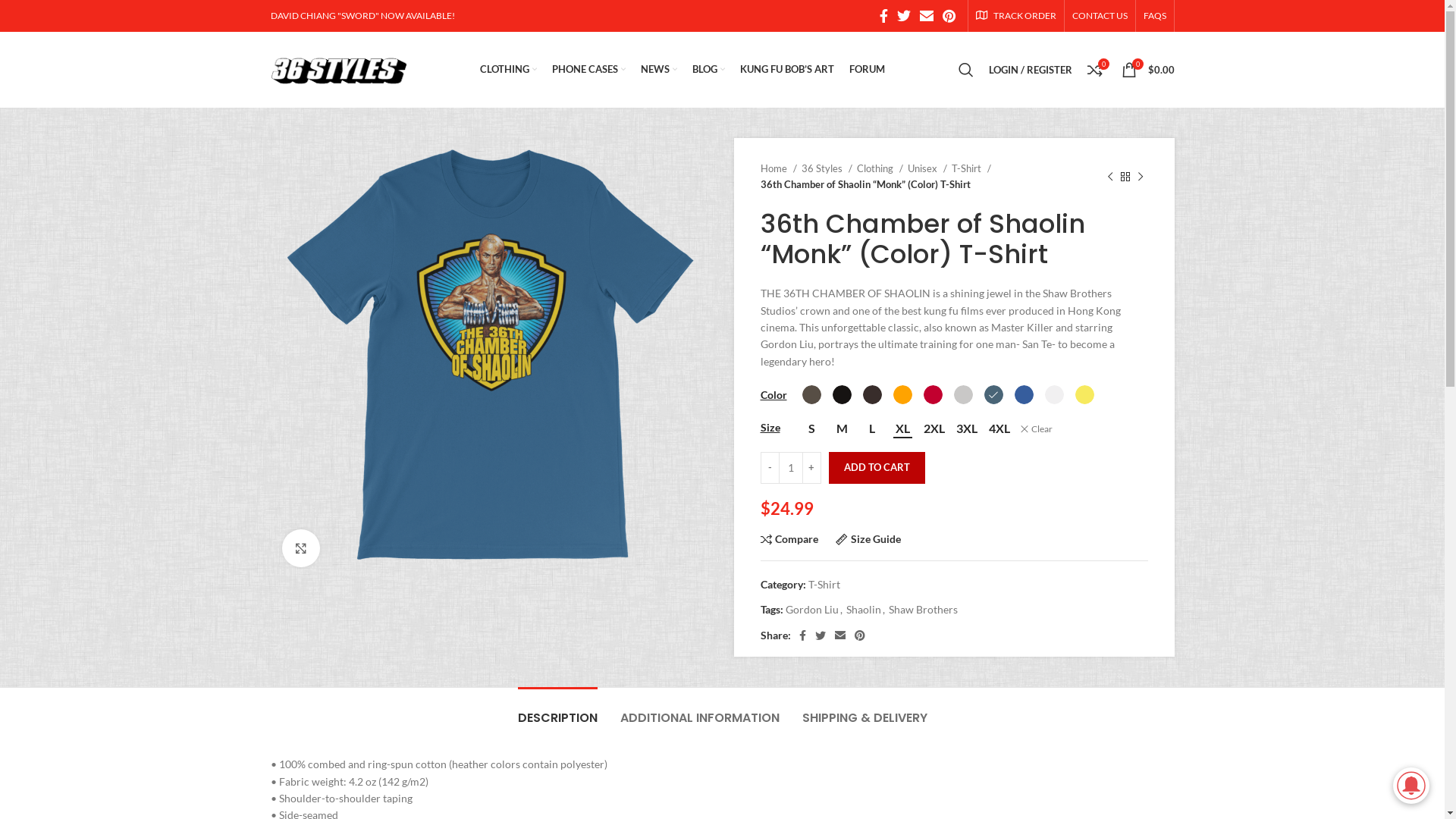 Image resolution: width=1456 pixels, height=819 pixels. What do you see at coordinates (1030, 70) in the screenshot?
I see `'LOGIN / REGISTER'` at bounding box center [1030, 70].